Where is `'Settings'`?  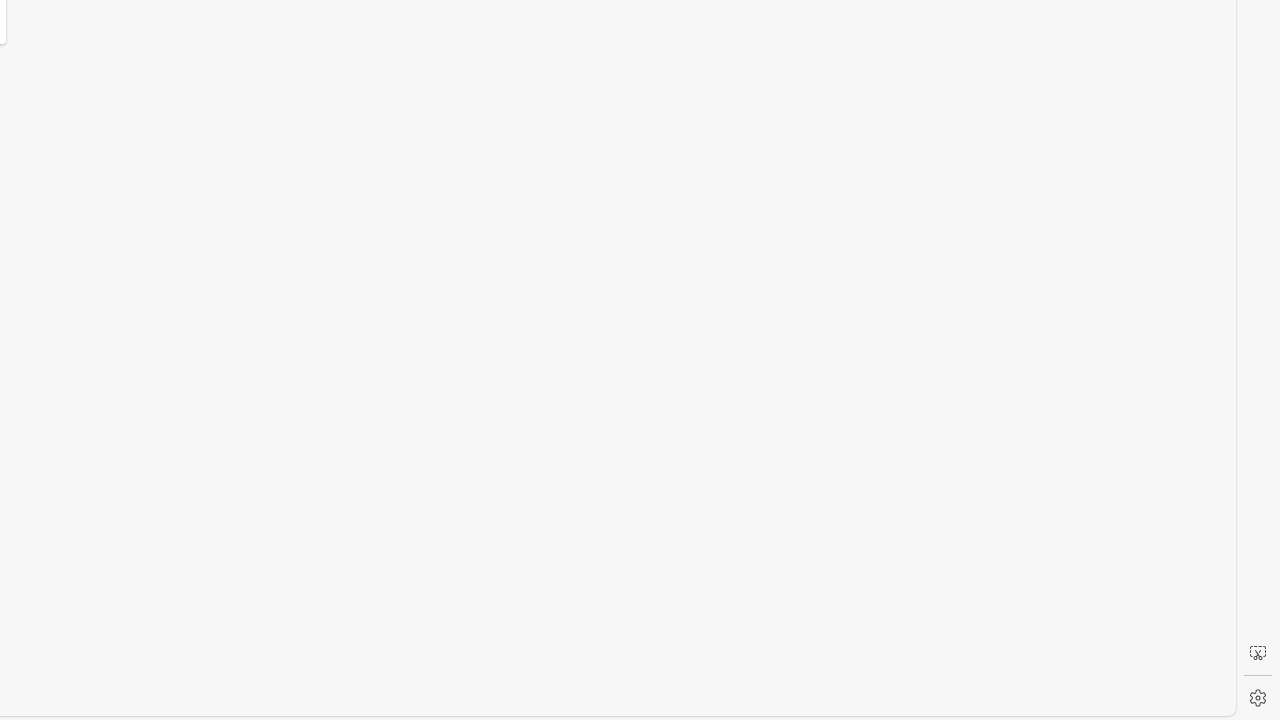 'Settings' is located at coordinates (1256, 696).